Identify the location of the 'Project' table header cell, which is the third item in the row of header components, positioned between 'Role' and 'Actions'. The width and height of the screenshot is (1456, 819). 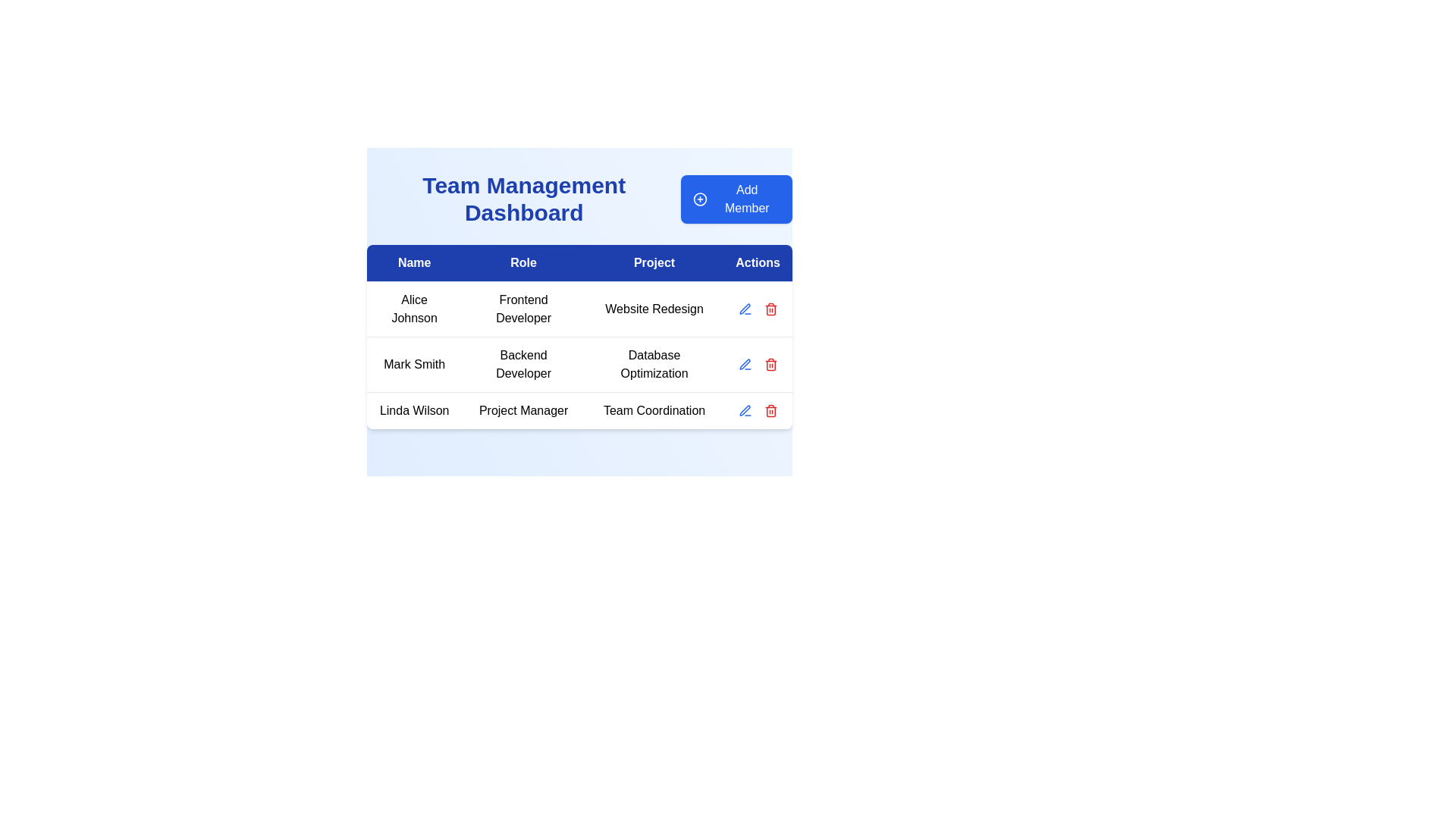
(654, 262).